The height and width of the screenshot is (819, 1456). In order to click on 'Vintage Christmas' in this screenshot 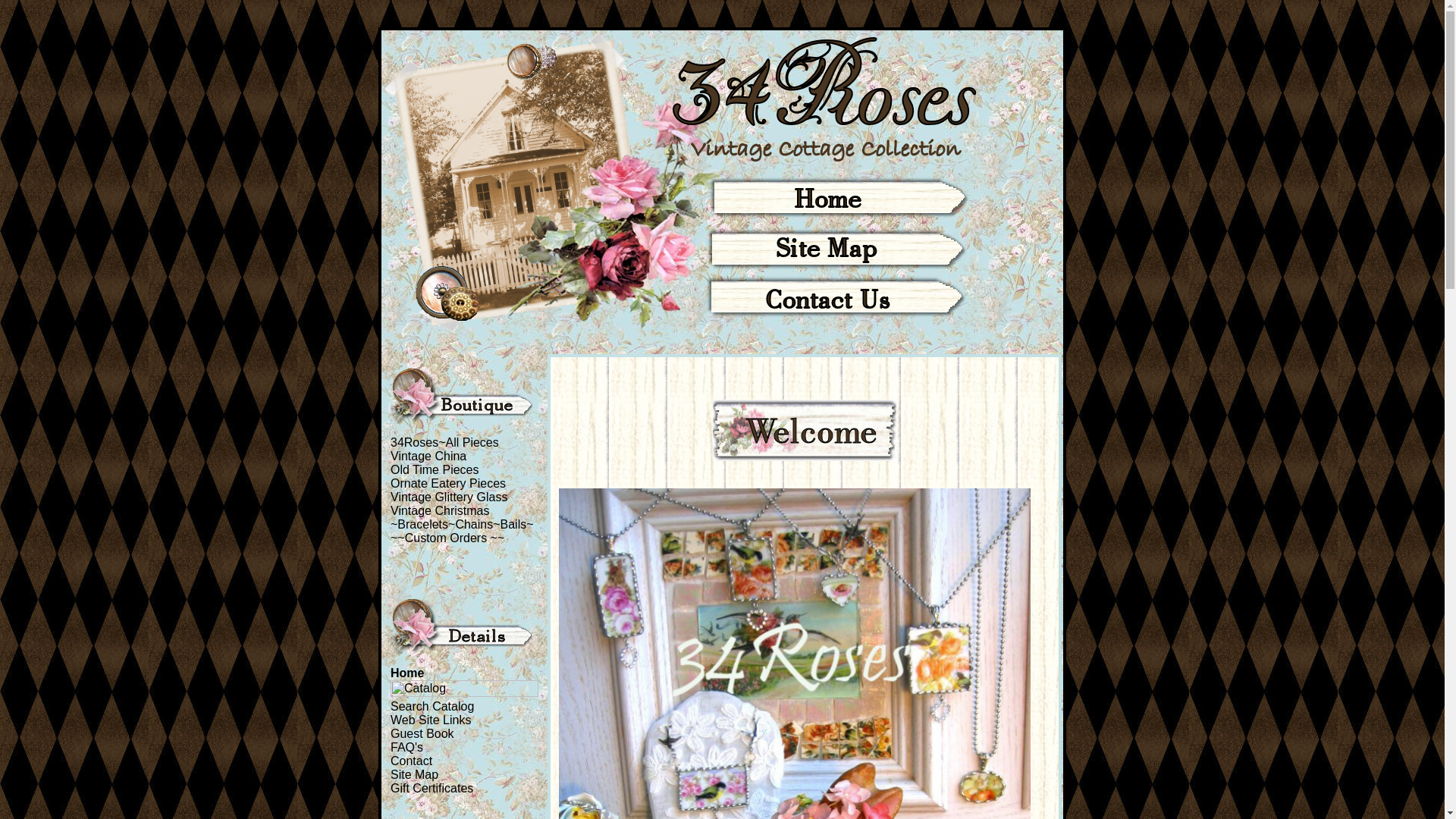, I will do `click(390, 510)`.